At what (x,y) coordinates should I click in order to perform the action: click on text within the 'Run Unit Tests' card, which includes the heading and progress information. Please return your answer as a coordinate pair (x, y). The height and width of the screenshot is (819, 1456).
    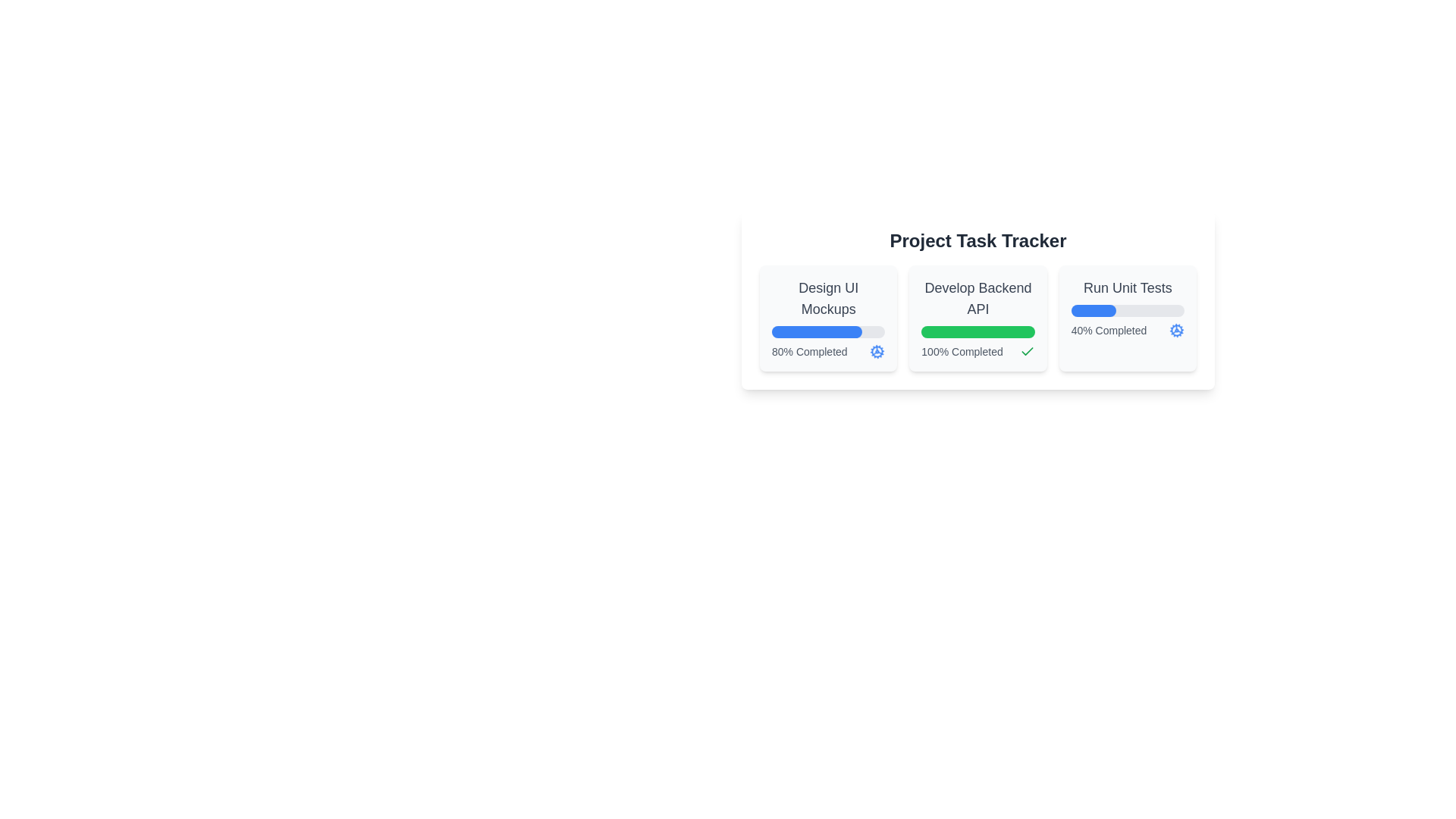
    Looking at the image, I should click on (1128, 318).